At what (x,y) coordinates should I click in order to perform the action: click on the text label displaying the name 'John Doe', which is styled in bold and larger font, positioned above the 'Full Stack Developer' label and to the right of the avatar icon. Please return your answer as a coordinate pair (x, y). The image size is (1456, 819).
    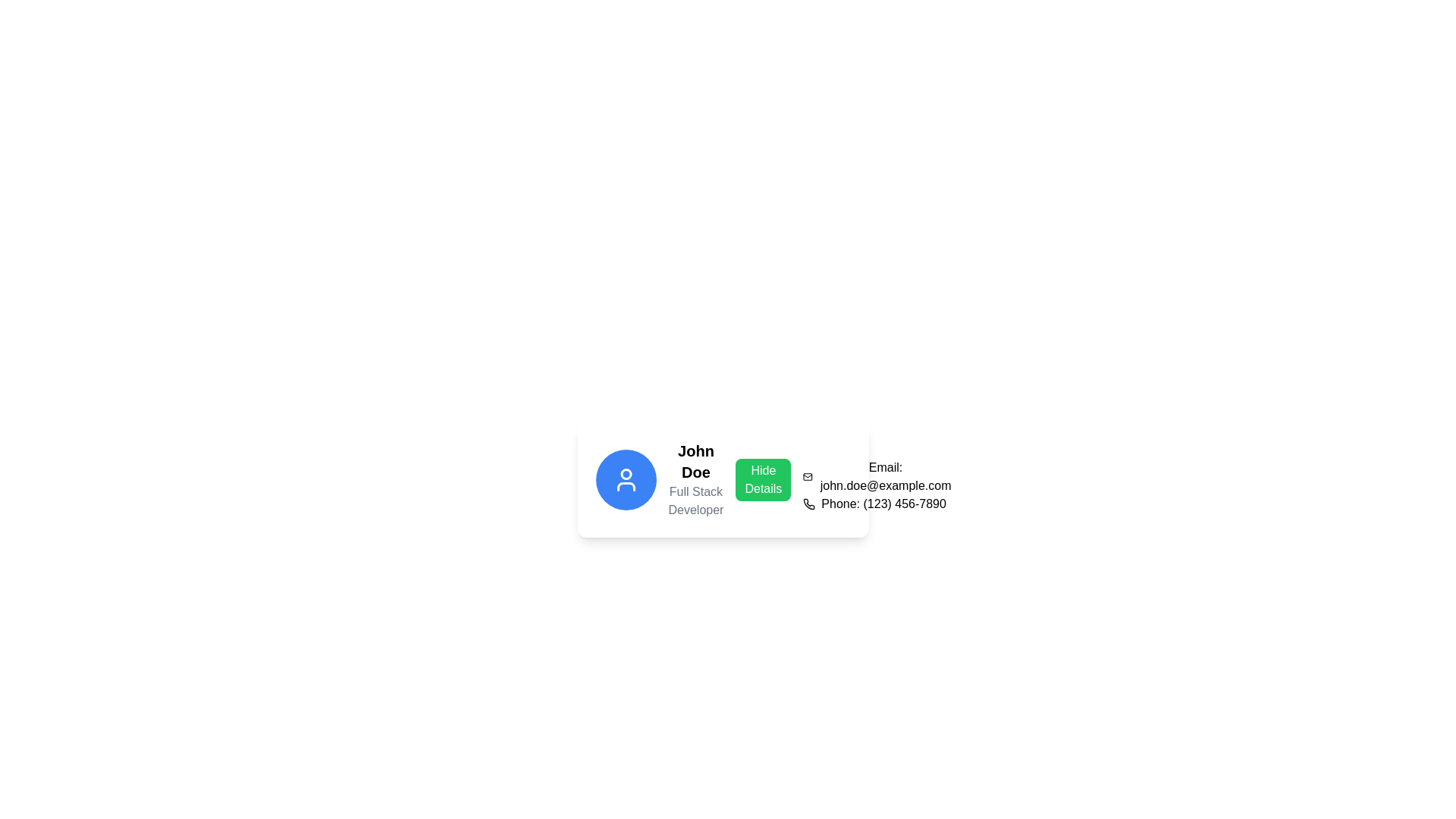
    Looking at the image, I should click on (695, 461).